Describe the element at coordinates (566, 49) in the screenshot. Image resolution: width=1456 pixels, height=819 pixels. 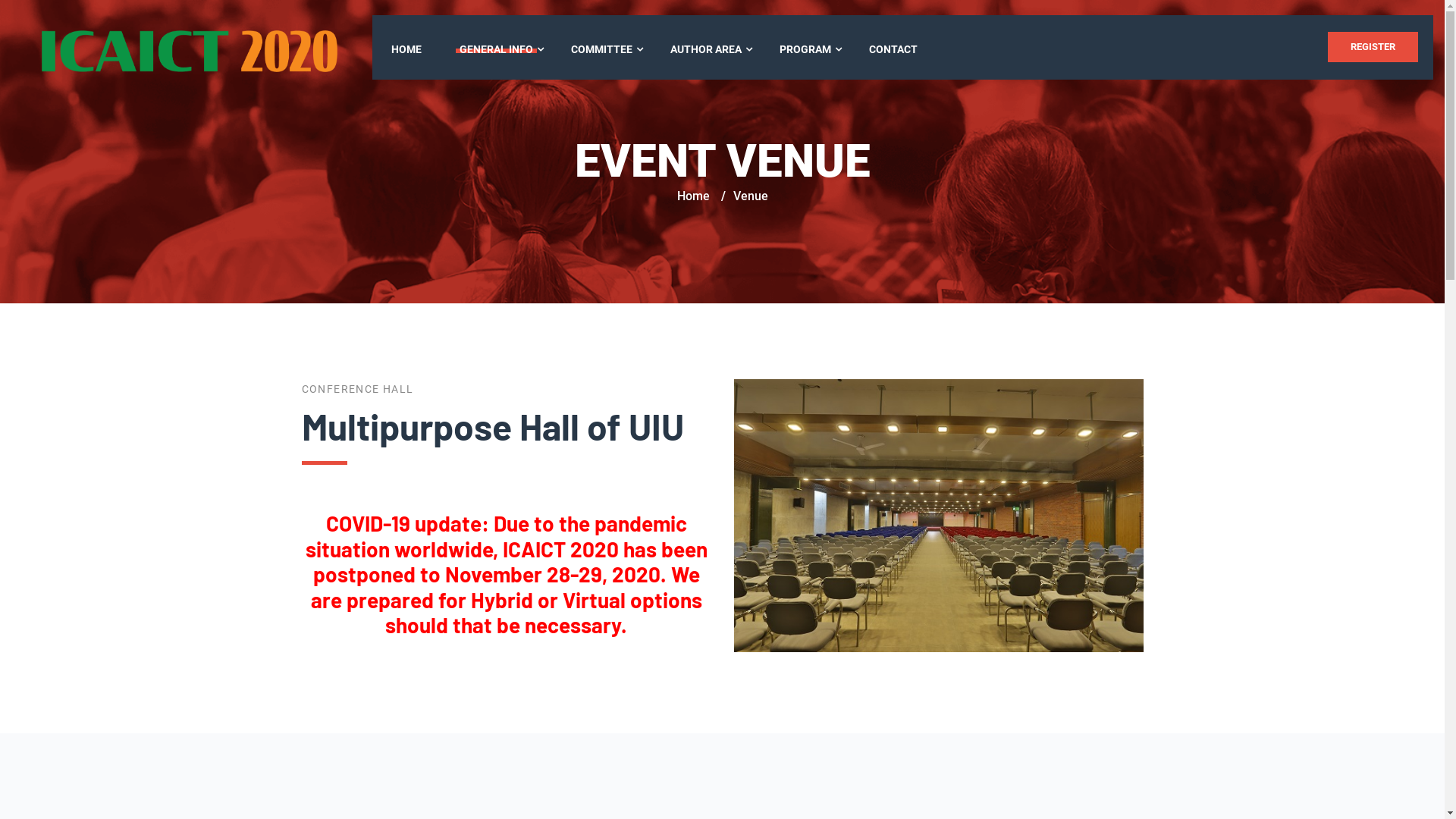
I see `'COMMITTEE'` at that location.